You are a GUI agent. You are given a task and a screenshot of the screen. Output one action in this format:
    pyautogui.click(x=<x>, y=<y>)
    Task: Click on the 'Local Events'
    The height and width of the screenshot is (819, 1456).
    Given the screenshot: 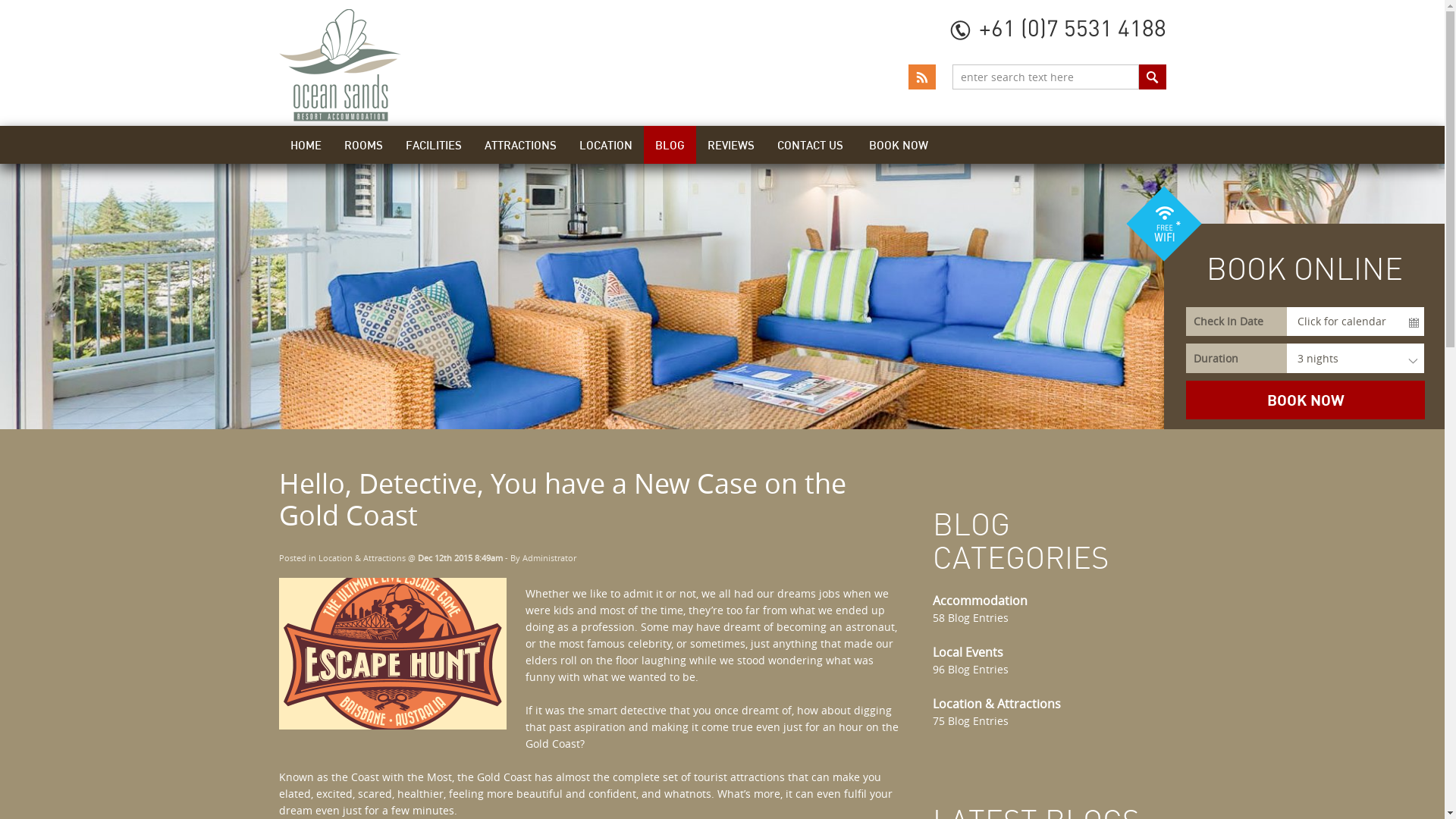 What is the action you would take?
    pyautogui.click(x=967, y=651)
    